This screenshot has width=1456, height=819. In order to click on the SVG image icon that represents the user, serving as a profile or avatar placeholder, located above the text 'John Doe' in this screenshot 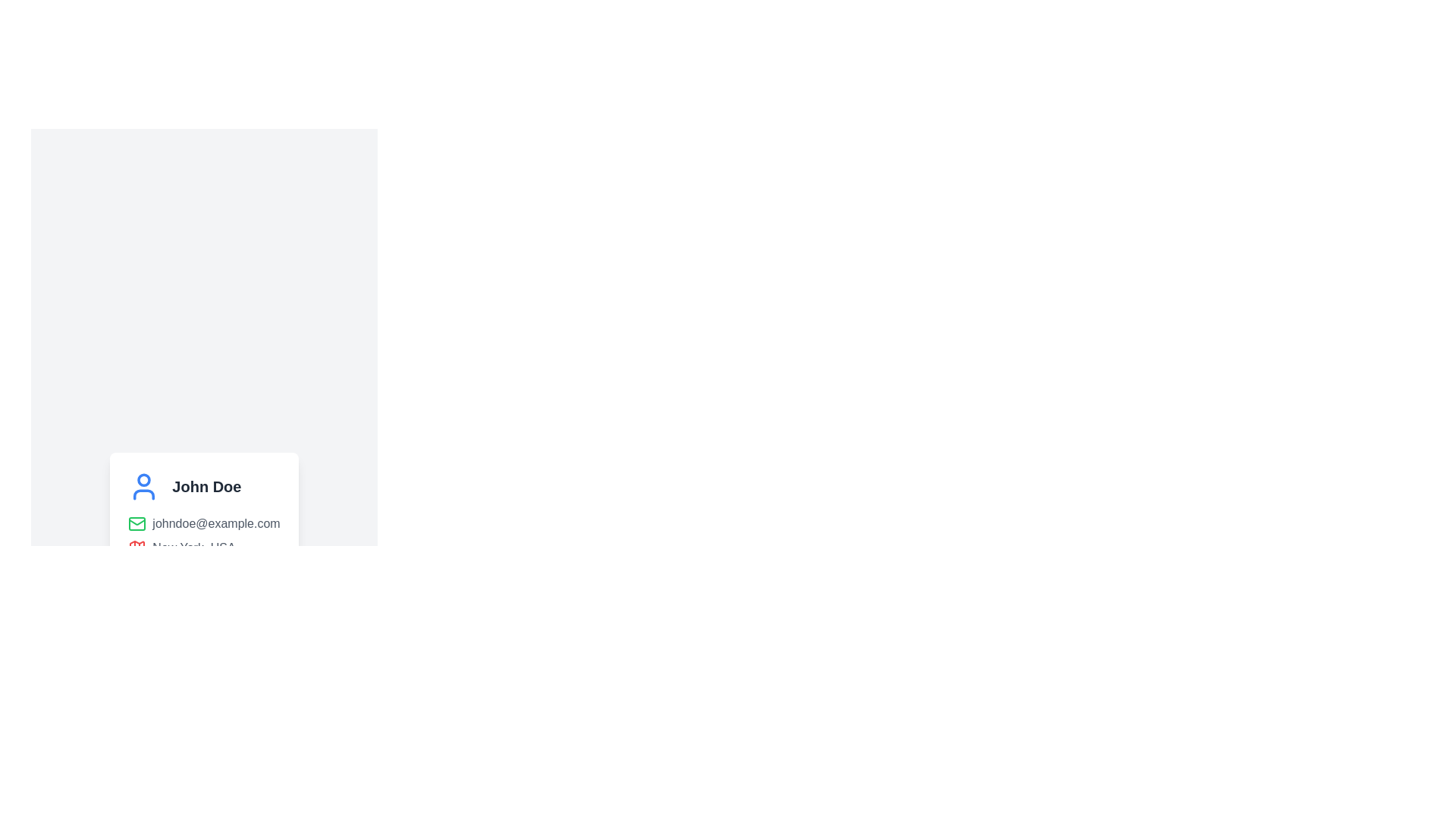, I will do `click(144, 486)`.